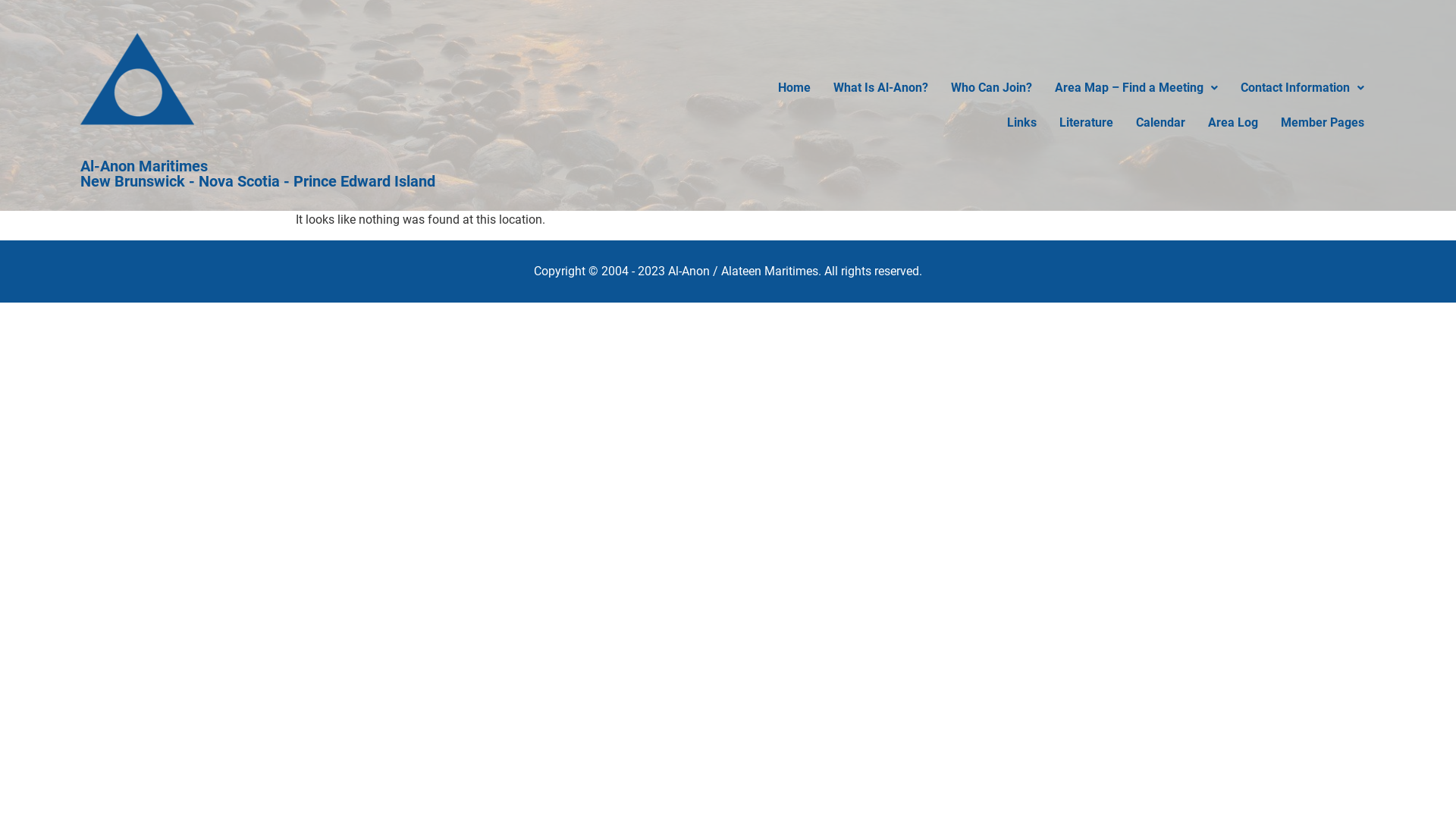 This screenshot has width=1456, height=819. What do you see at coordinates (767, 87) in the screenshot?
I see `'Home'` at bounding box center [767, 87].